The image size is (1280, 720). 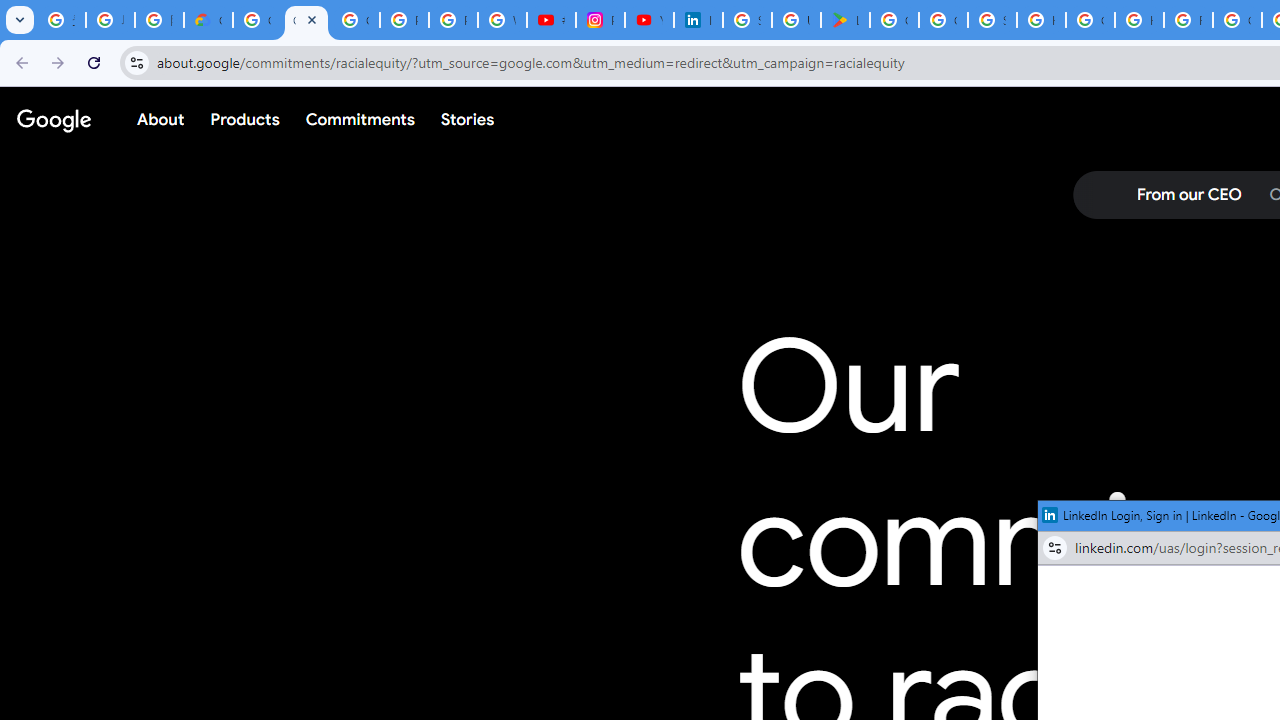 What do you see at coordinates (466, 119) in the screenshot?
I see `'Stories'` at bounding box center [466, 119].